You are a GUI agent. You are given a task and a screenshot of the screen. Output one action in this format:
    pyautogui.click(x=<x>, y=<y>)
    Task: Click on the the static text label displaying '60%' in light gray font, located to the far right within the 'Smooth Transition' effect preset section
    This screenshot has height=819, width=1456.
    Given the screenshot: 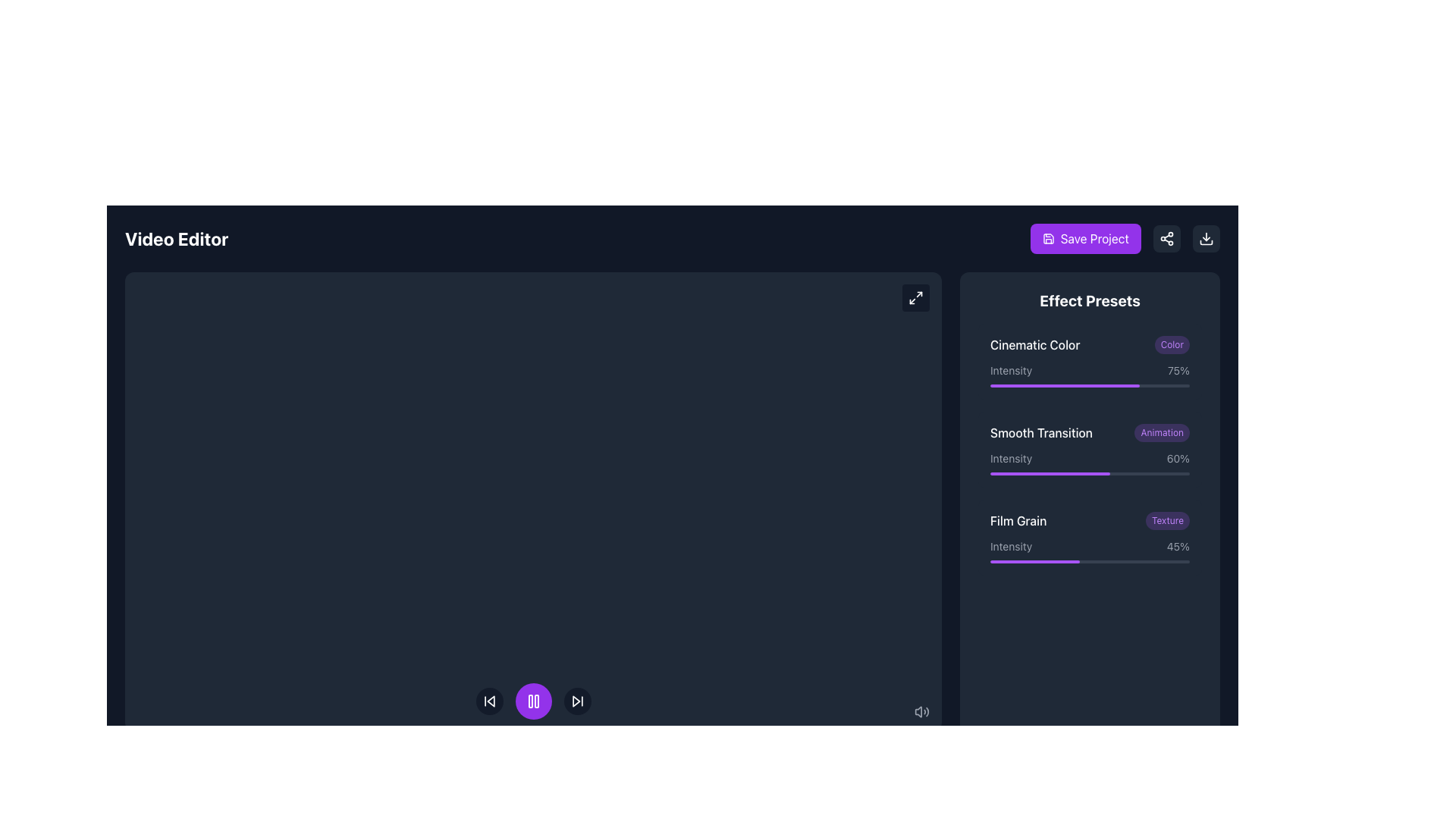 What is the action you would take?
    pyautogui.click(x=1177, y=458)
    